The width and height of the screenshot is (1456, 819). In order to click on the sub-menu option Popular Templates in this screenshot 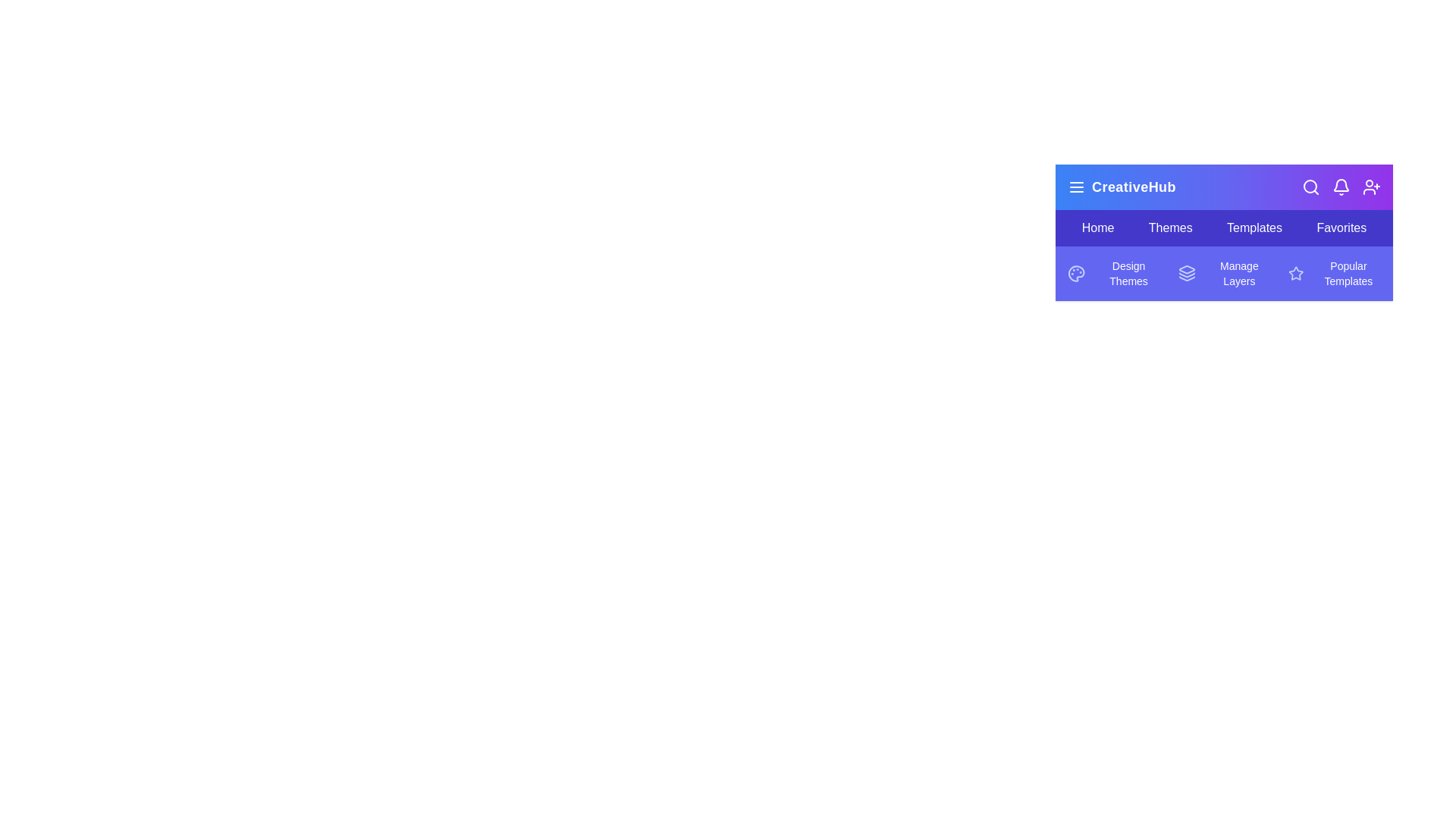, I will do `click(1335, 274)`.